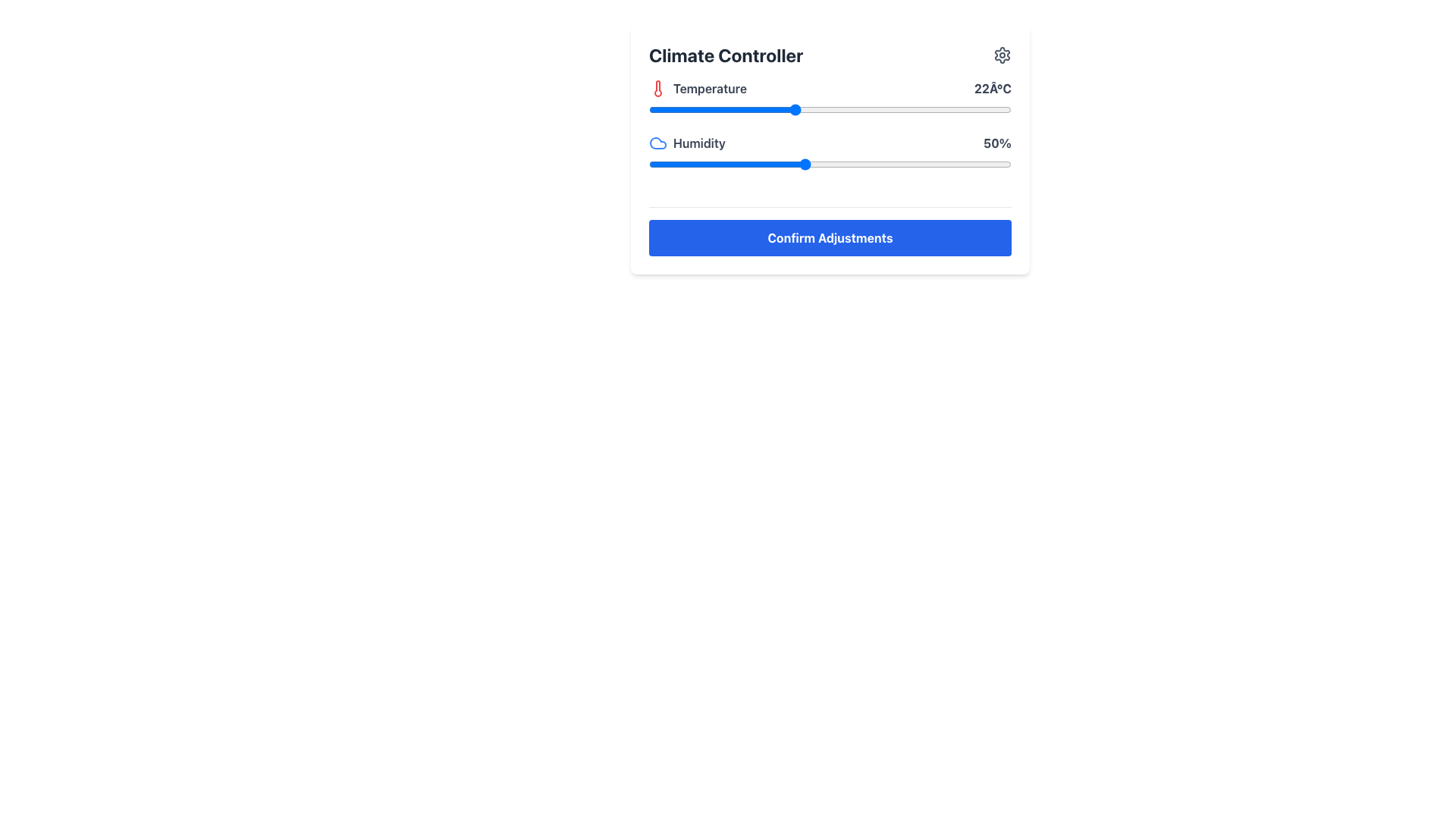  What do you see at coordinates (1002, 55) in the screenshot?
I see `the settings icon located in the top-right corner of the 'Climate Controller' card` at bounding box center [1002, 55].